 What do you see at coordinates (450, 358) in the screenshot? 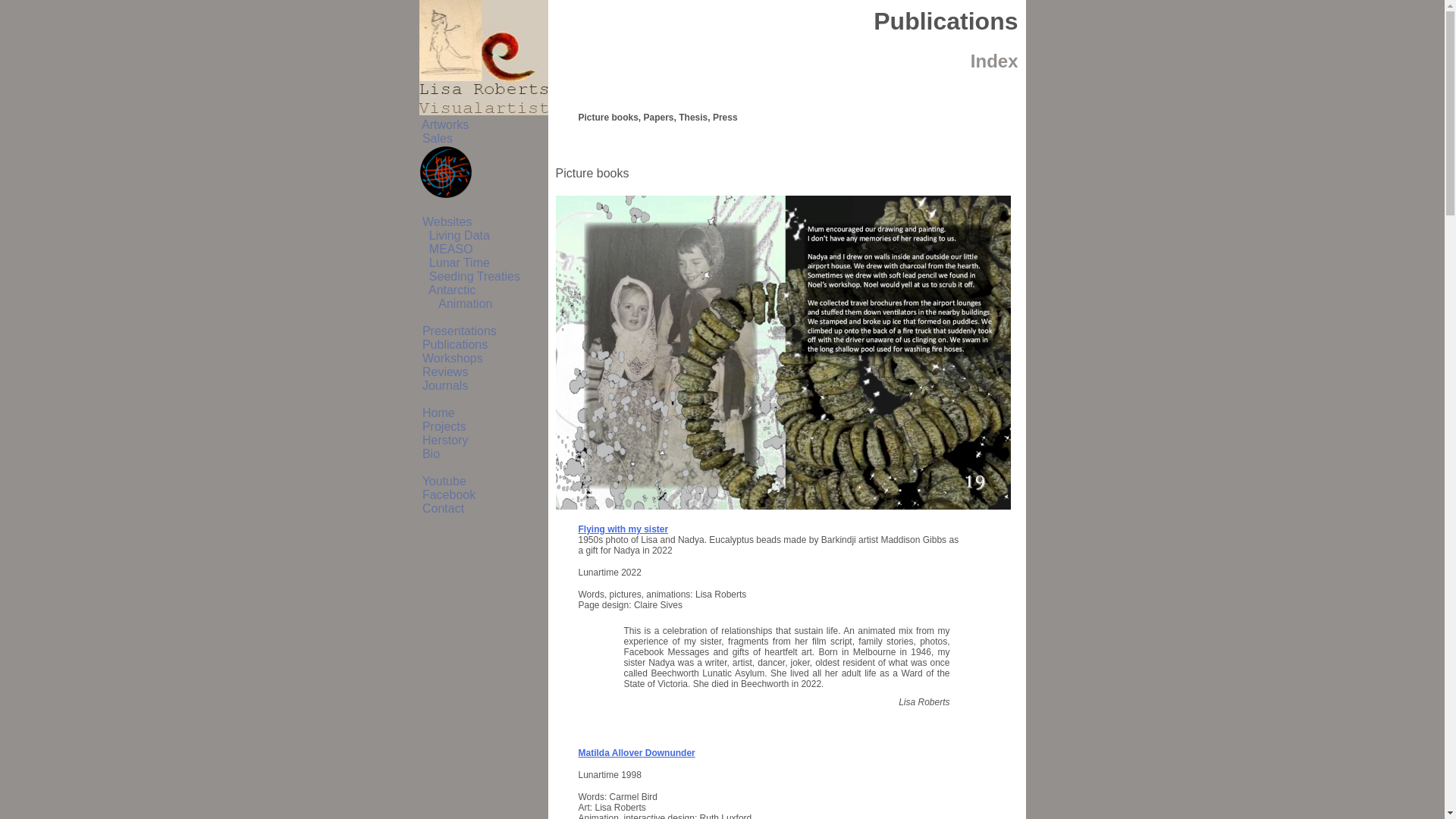
I see `' Workshops'` at bounding box center [450, 358].